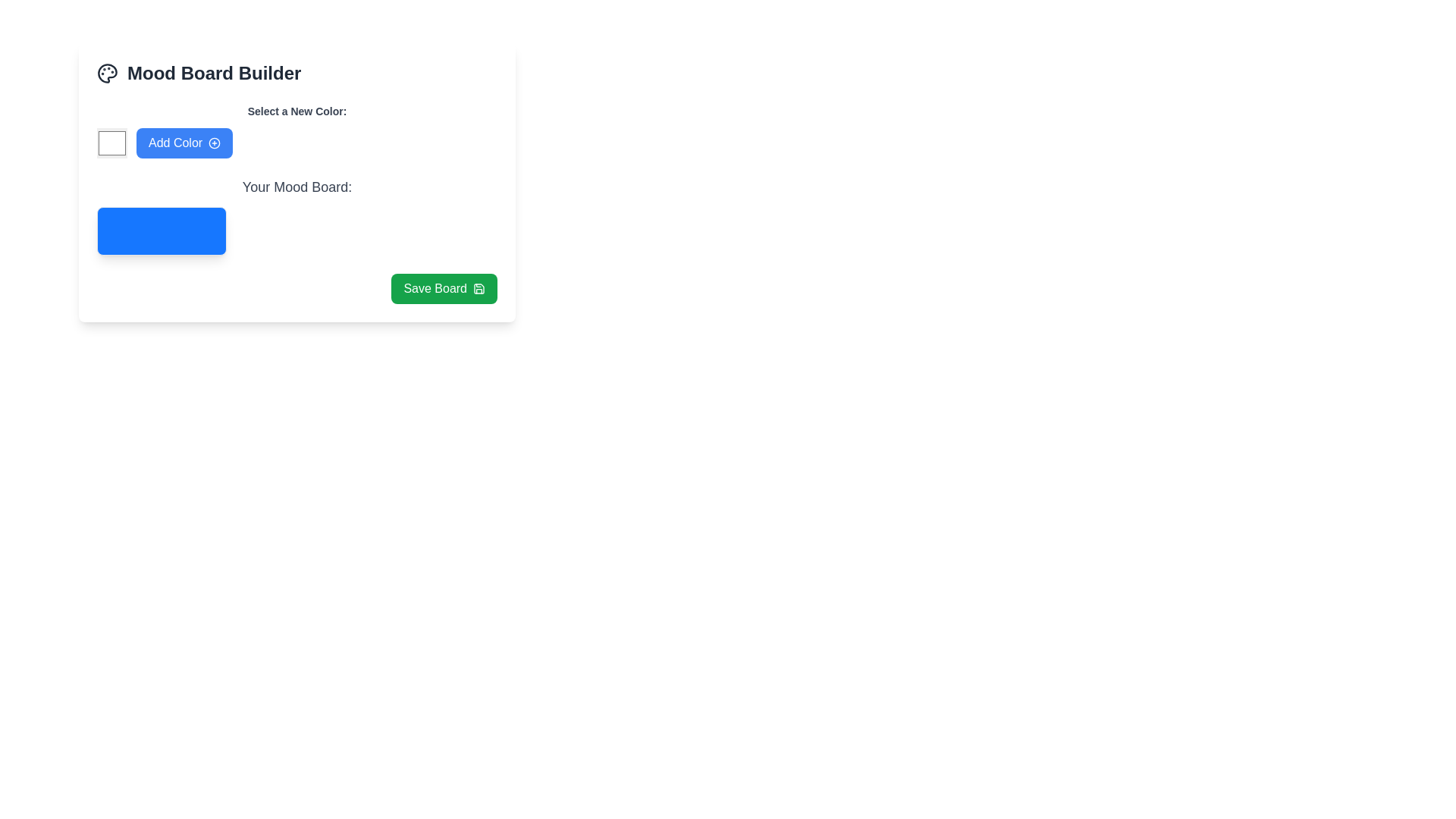  I want to click on the painter's palette icon which represents creativity and color selection in the header section of the interface, located to the left of the 'Mood Board Builder' title, so click(107, 73).